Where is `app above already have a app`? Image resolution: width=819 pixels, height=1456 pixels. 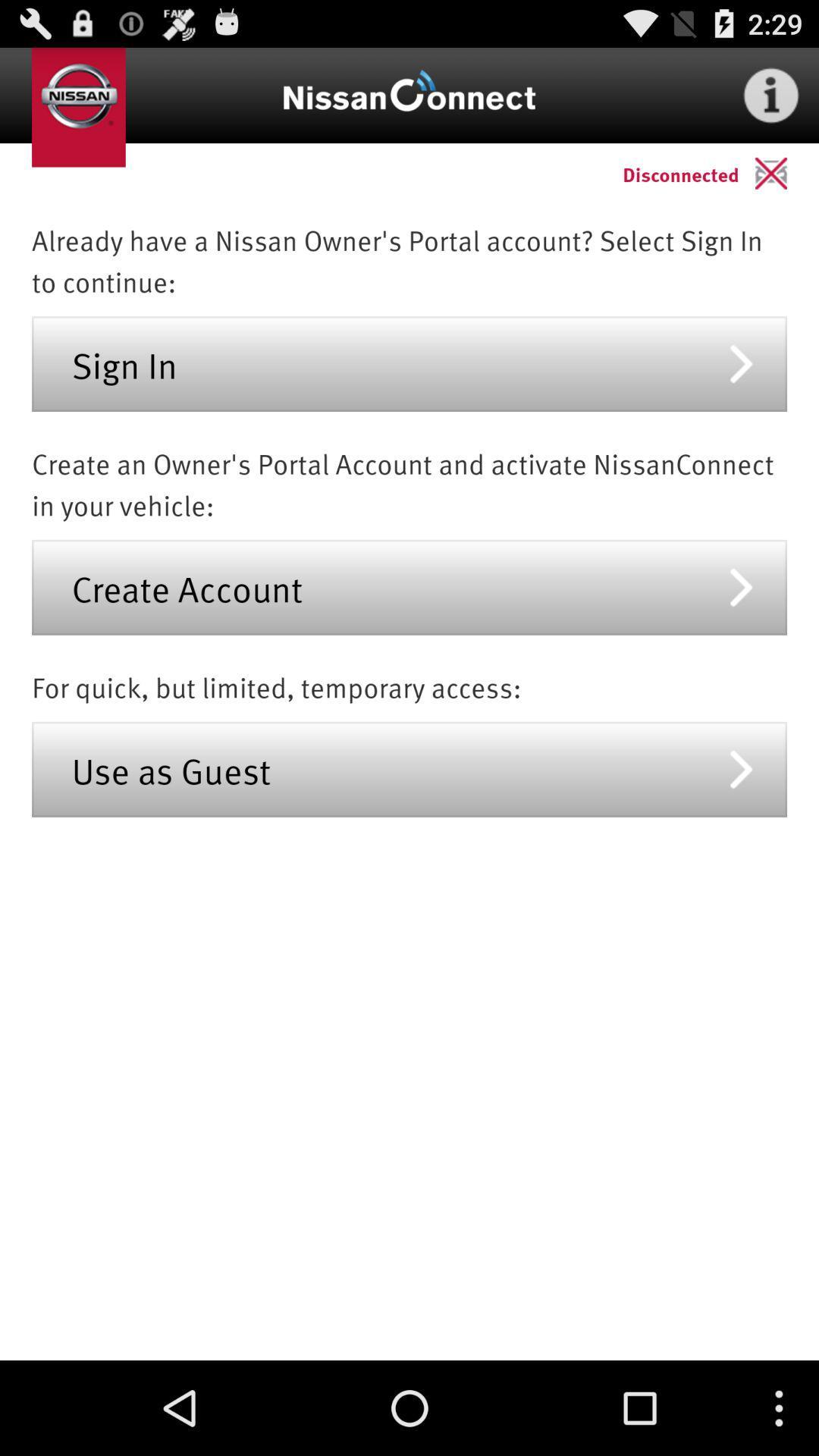
app above already have a app is located at coordinates (786, 173).